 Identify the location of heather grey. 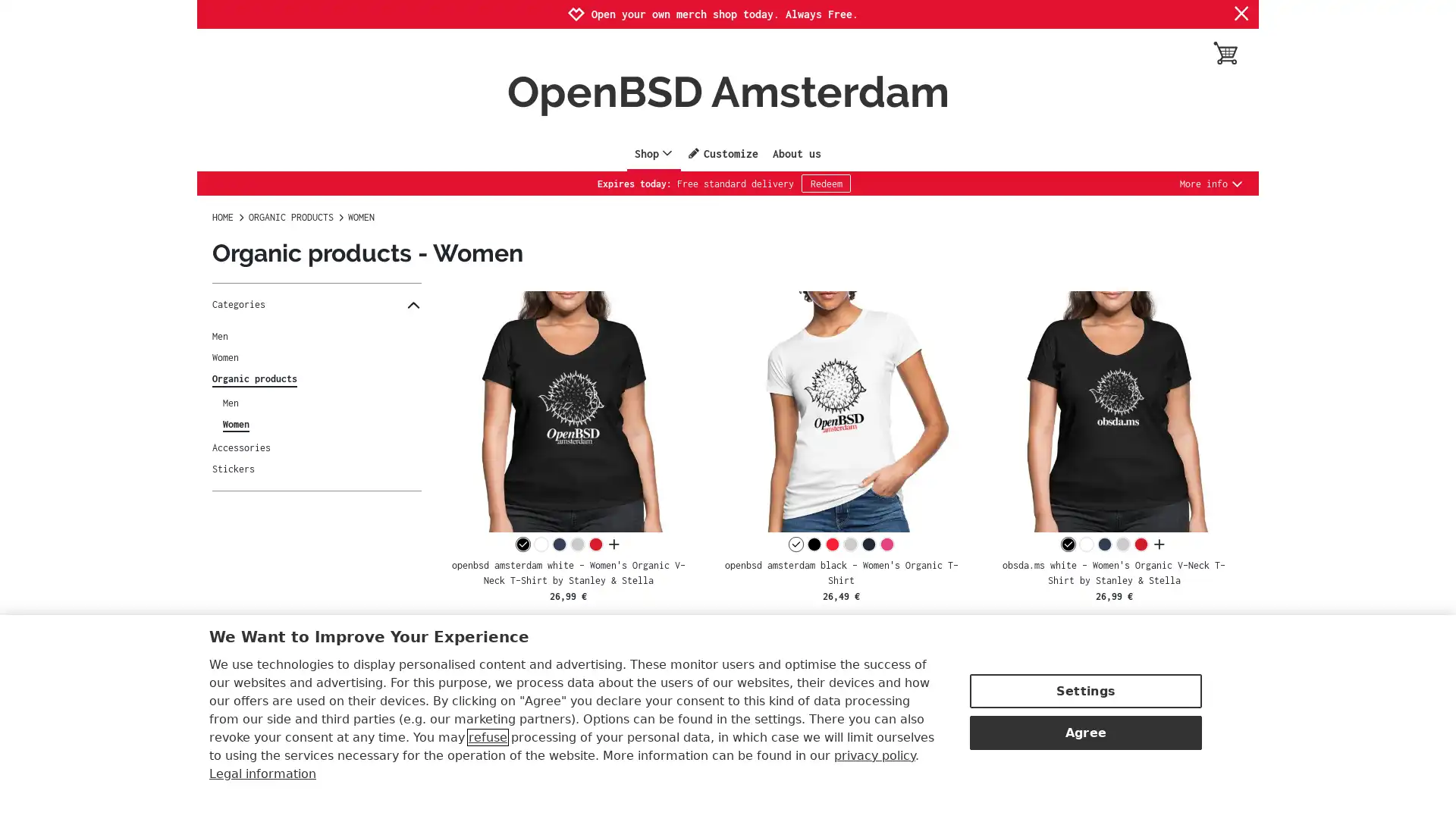
(850, 544).